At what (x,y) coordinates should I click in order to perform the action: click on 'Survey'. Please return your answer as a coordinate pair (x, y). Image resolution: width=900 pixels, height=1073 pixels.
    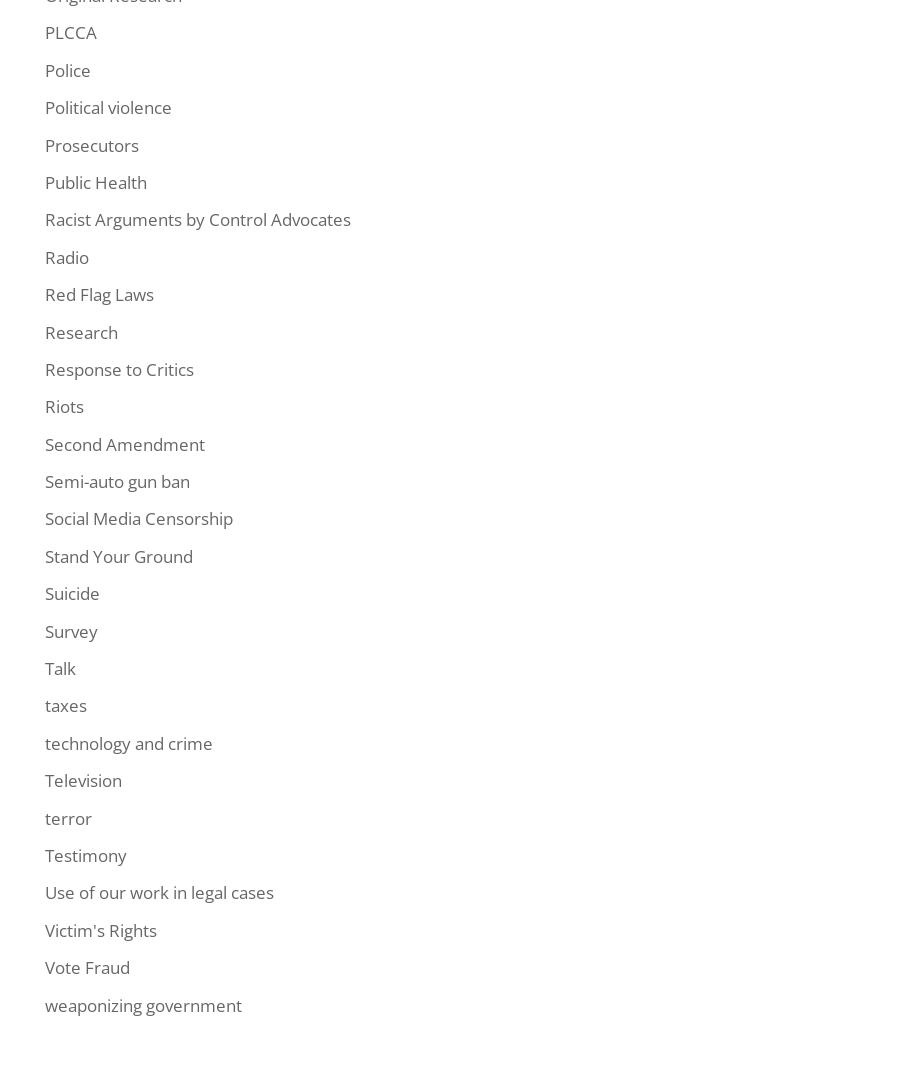
    Looking at the image, I should click on (70, 629).